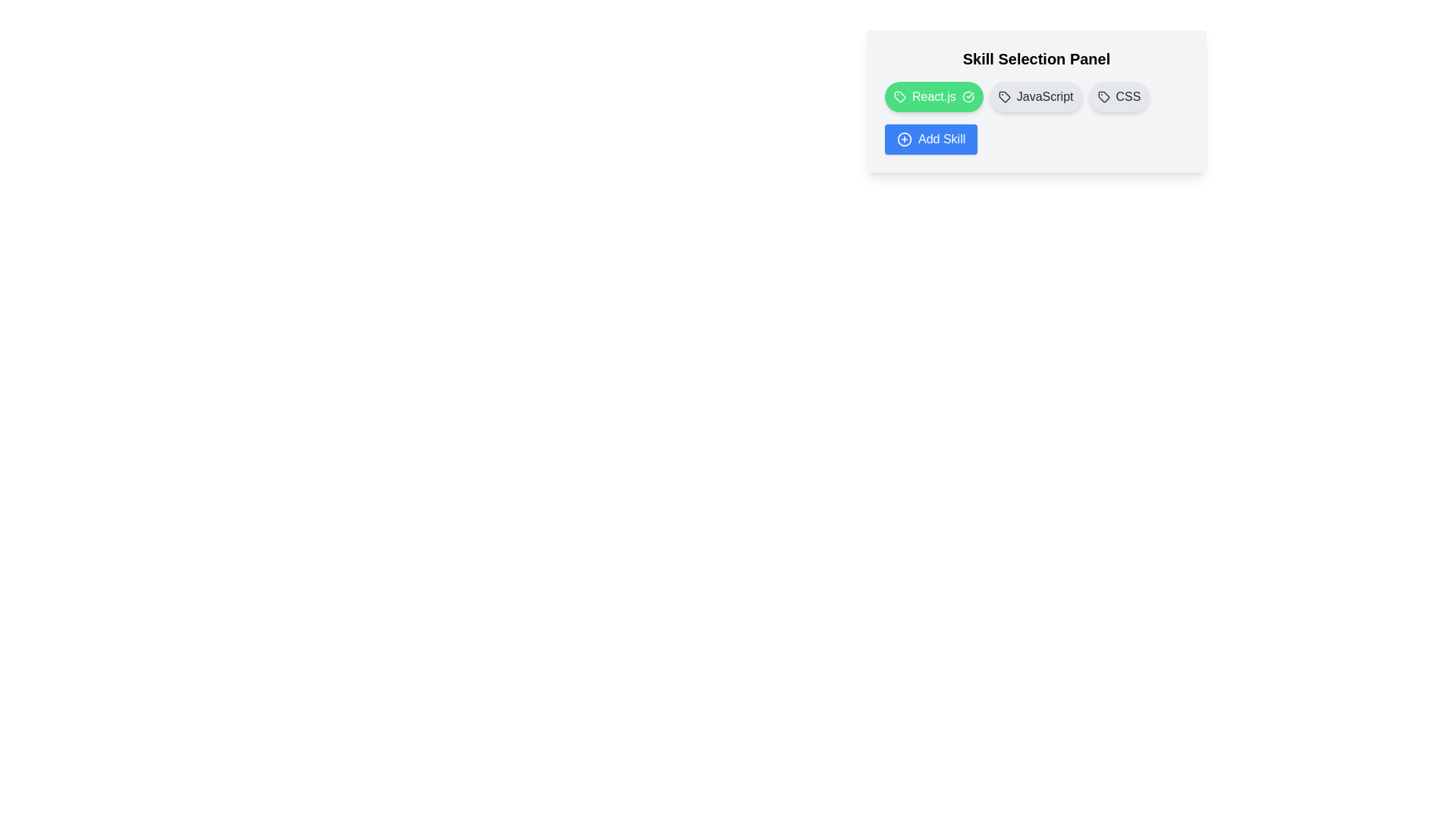 This screenshot has height=819, width=1456. What do you see at coordinates (941, 140) in the screenshot?
I see `the 'Add Skill' text label, which is styled with white text on a blue background and located inside a button-like structure in the lower-right section of the 'Skill Selection Panel'` at bounding box center [941, 140].